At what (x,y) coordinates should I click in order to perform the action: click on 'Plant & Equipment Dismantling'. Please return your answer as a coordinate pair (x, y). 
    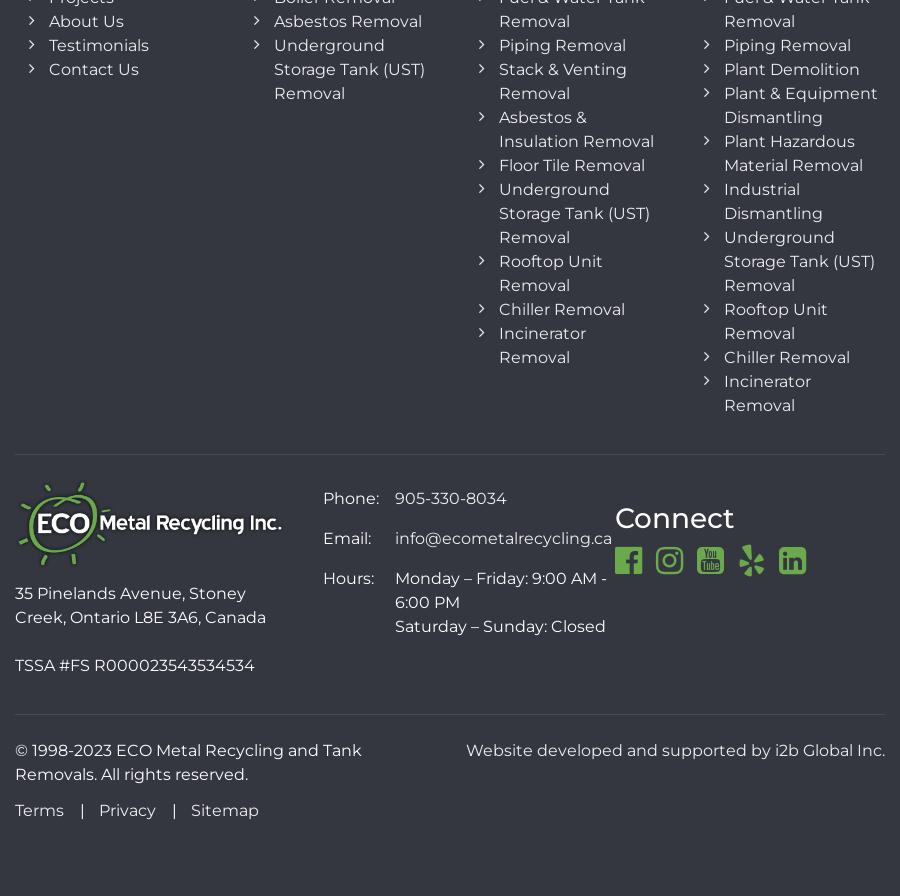
    Looking at the image, I should click on (801, 104).